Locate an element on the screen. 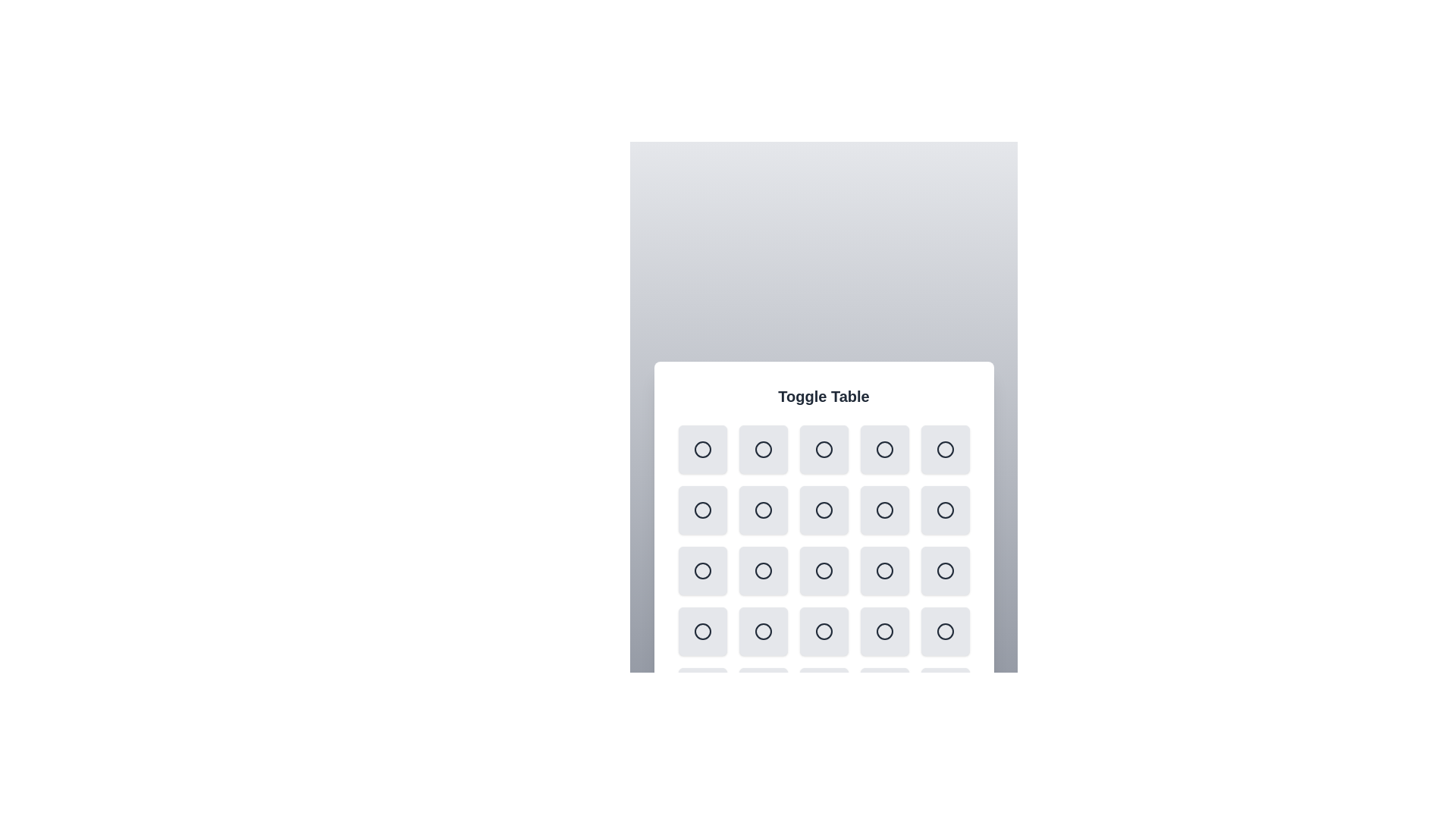 Image resolution: width=1456 pixels, height=819 pixels. the container background to focus on it is located at coordinates (823, 551).